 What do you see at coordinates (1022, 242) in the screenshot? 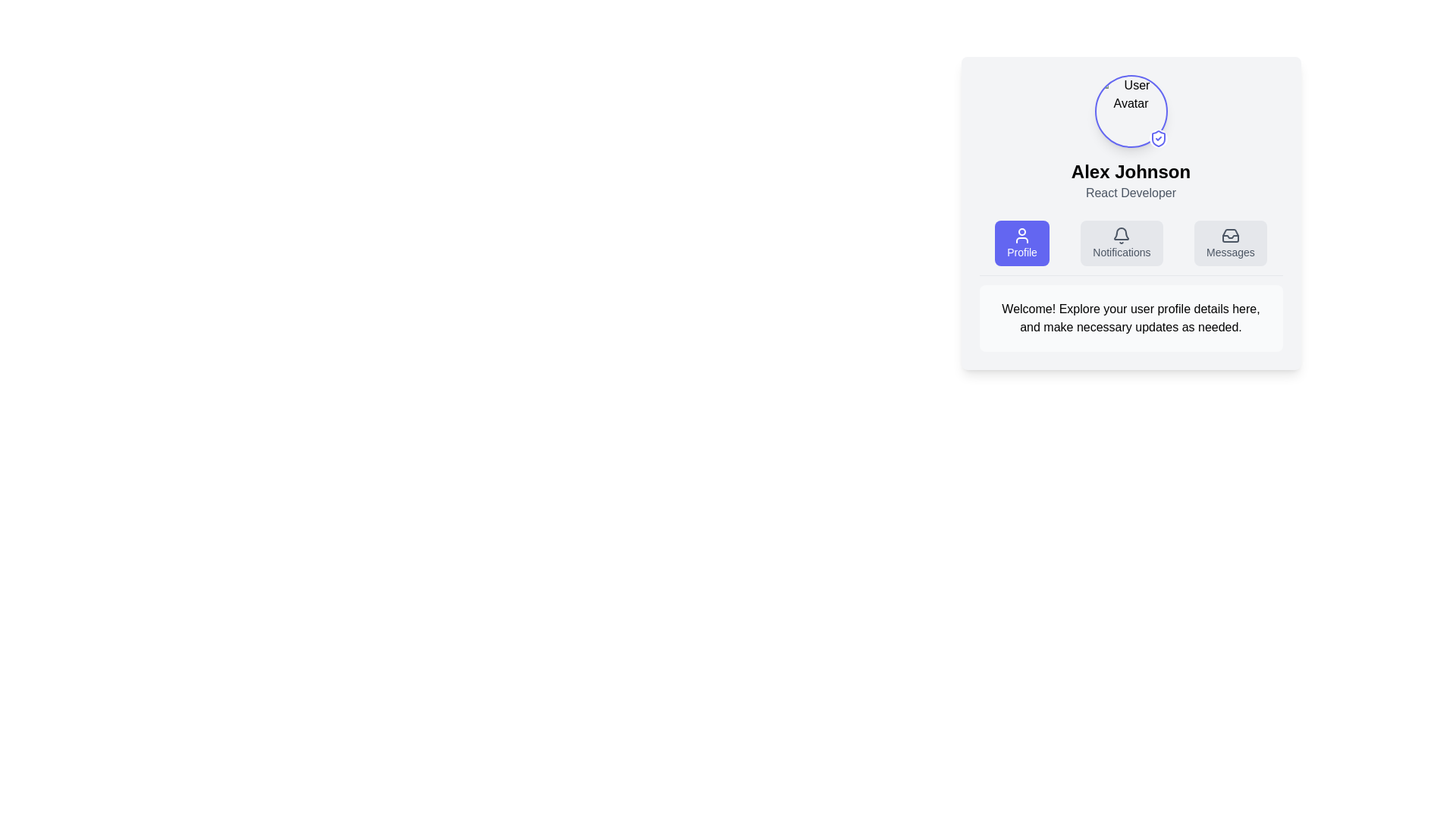
I see `the 'Profile' button, which is a rounded rectangular button with a purple background, a white user silhouette icon, and white text below it` at bounding box center [1022, 242].